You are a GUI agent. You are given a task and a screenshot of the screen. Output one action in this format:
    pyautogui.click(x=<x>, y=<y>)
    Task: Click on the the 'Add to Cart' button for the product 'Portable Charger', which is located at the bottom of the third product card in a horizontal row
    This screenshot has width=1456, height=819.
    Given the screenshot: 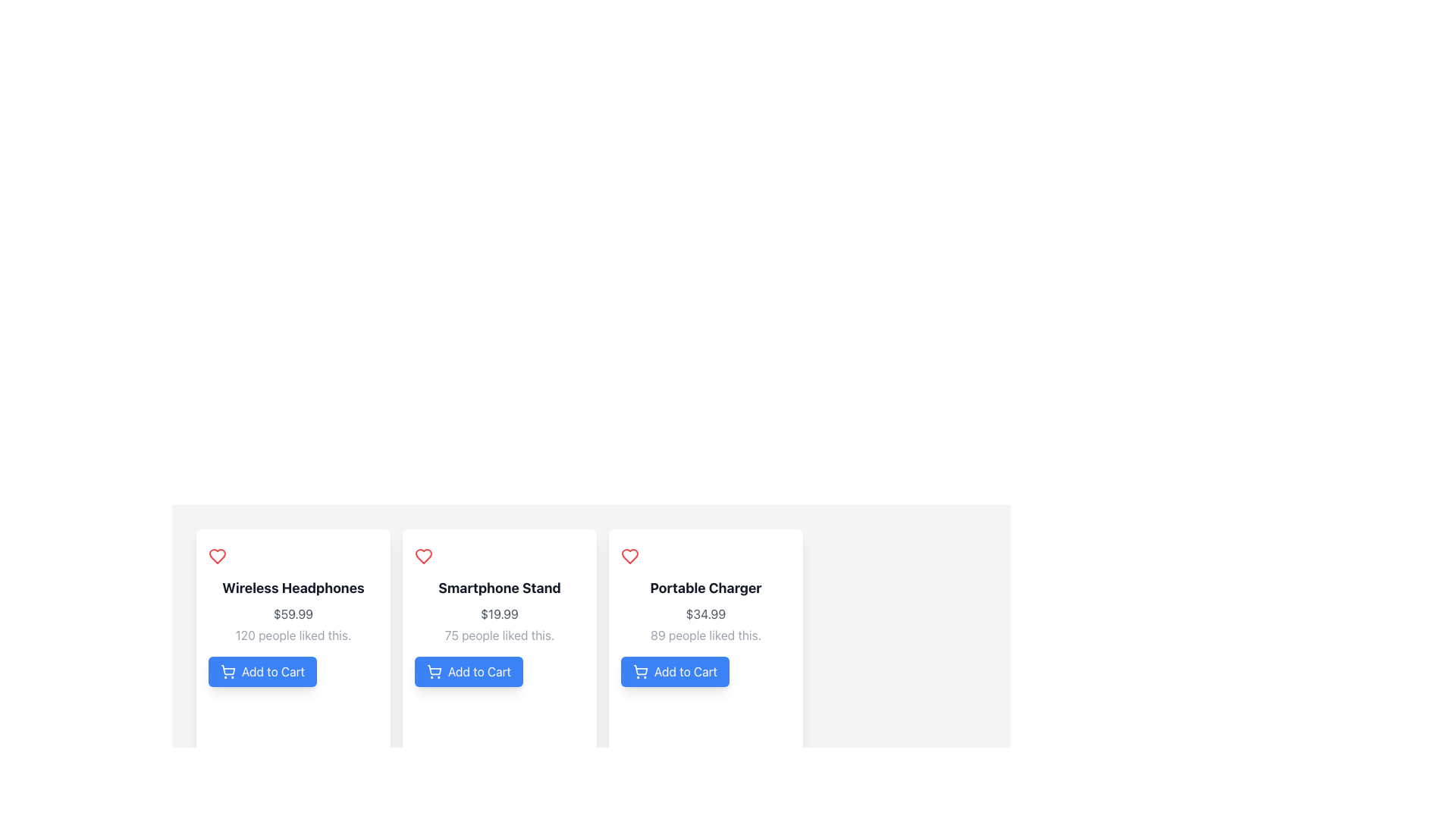 What is the action you would take?
    pyautogui.click(x=674, y=671)
    